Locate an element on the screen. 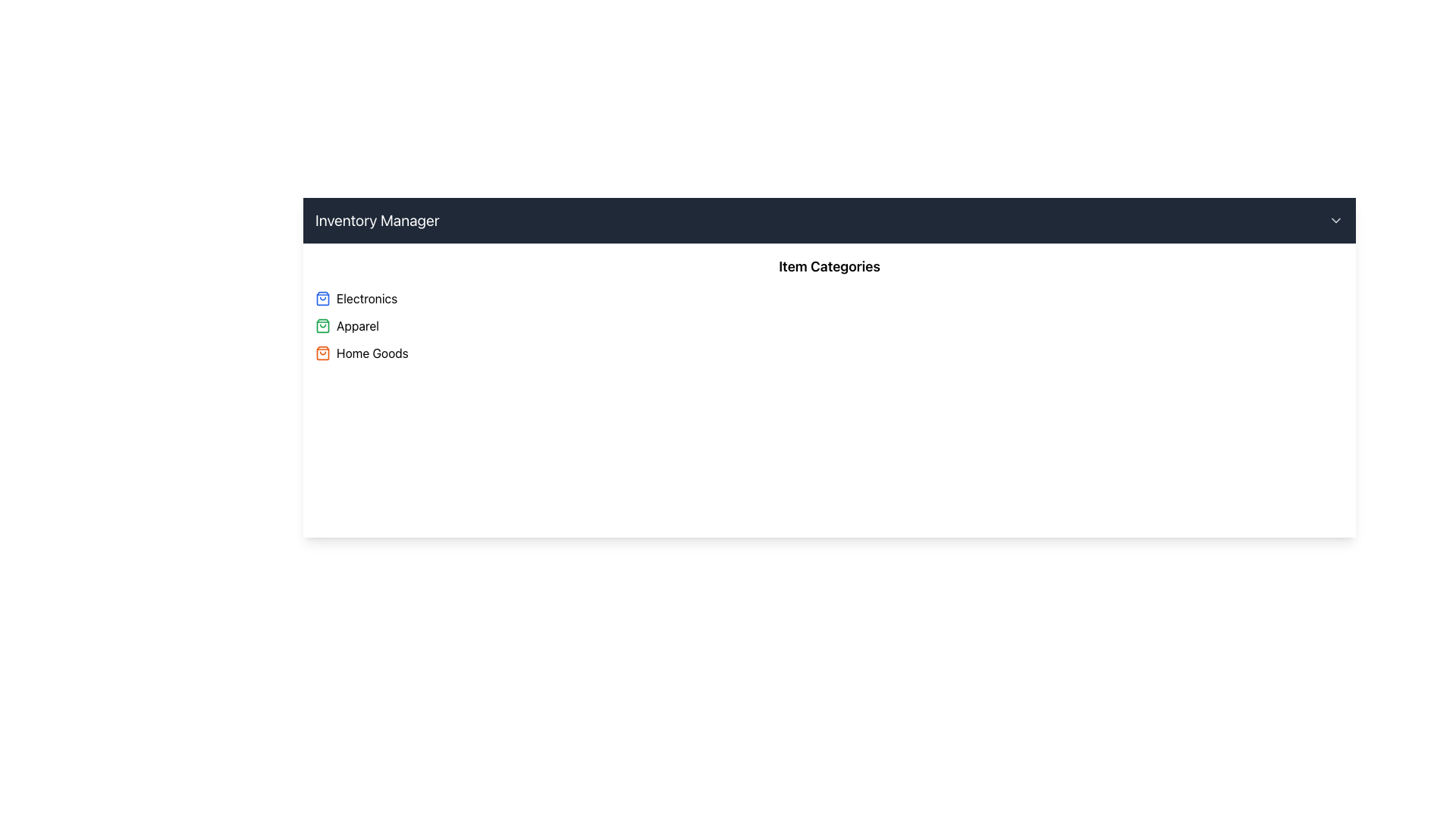 Image resolution: width=1456 pixels, height=819 pixels. the 'Electronics' text label, which is a bold label next to a blue shopping bag icon in a vertical category list is located at coordinates (367, 298).